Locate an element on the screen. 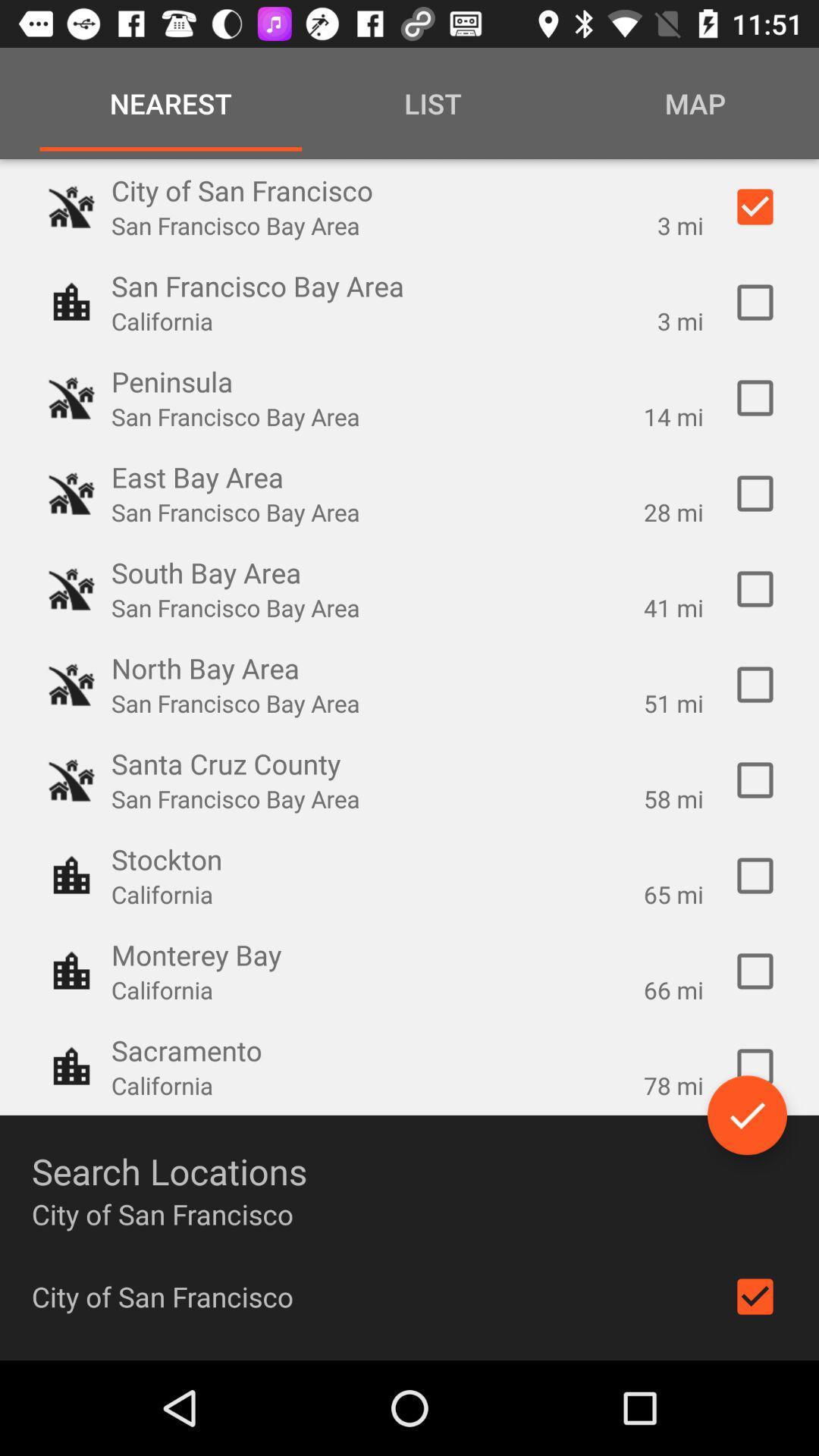 The width and height of the screenshot is (819, 1456). check or uncheck the city is located at coordinates (755, 1295).